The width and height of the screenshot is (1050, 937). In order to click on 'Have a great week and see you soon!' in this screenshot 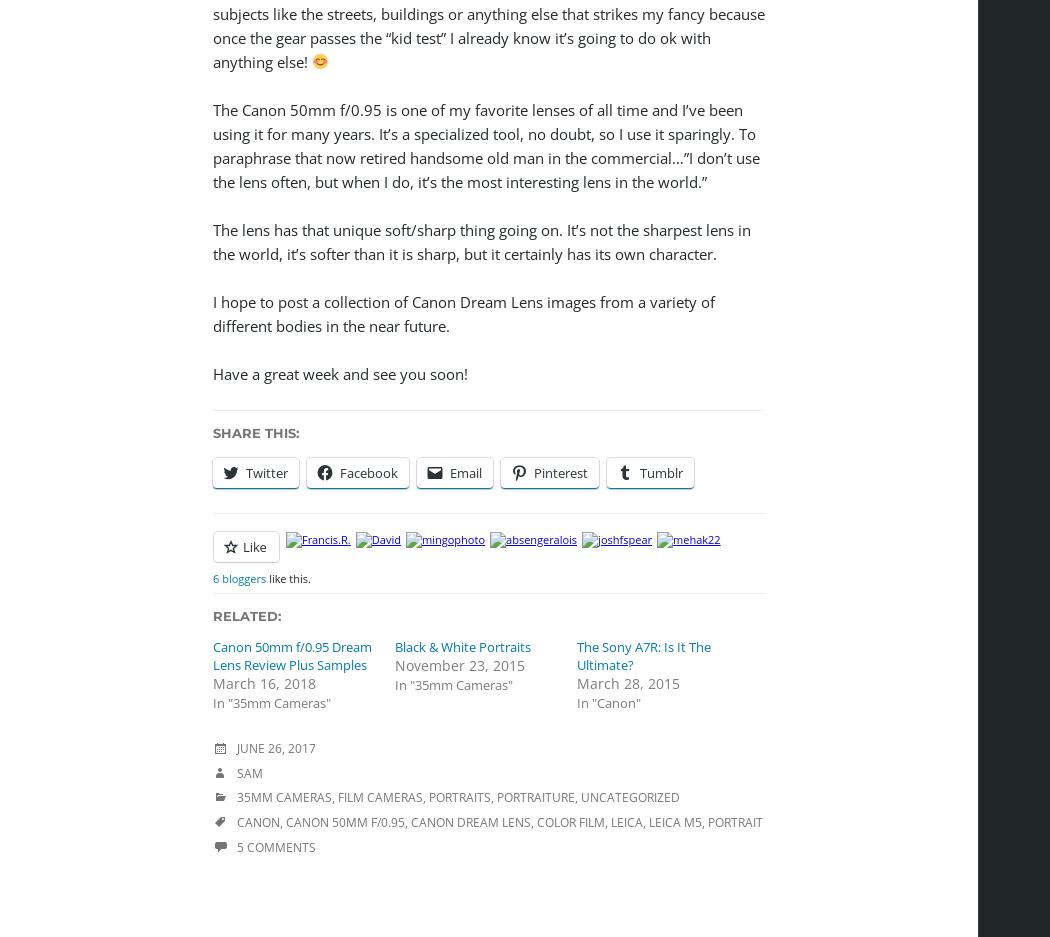, I will do `click(339, 372)`.